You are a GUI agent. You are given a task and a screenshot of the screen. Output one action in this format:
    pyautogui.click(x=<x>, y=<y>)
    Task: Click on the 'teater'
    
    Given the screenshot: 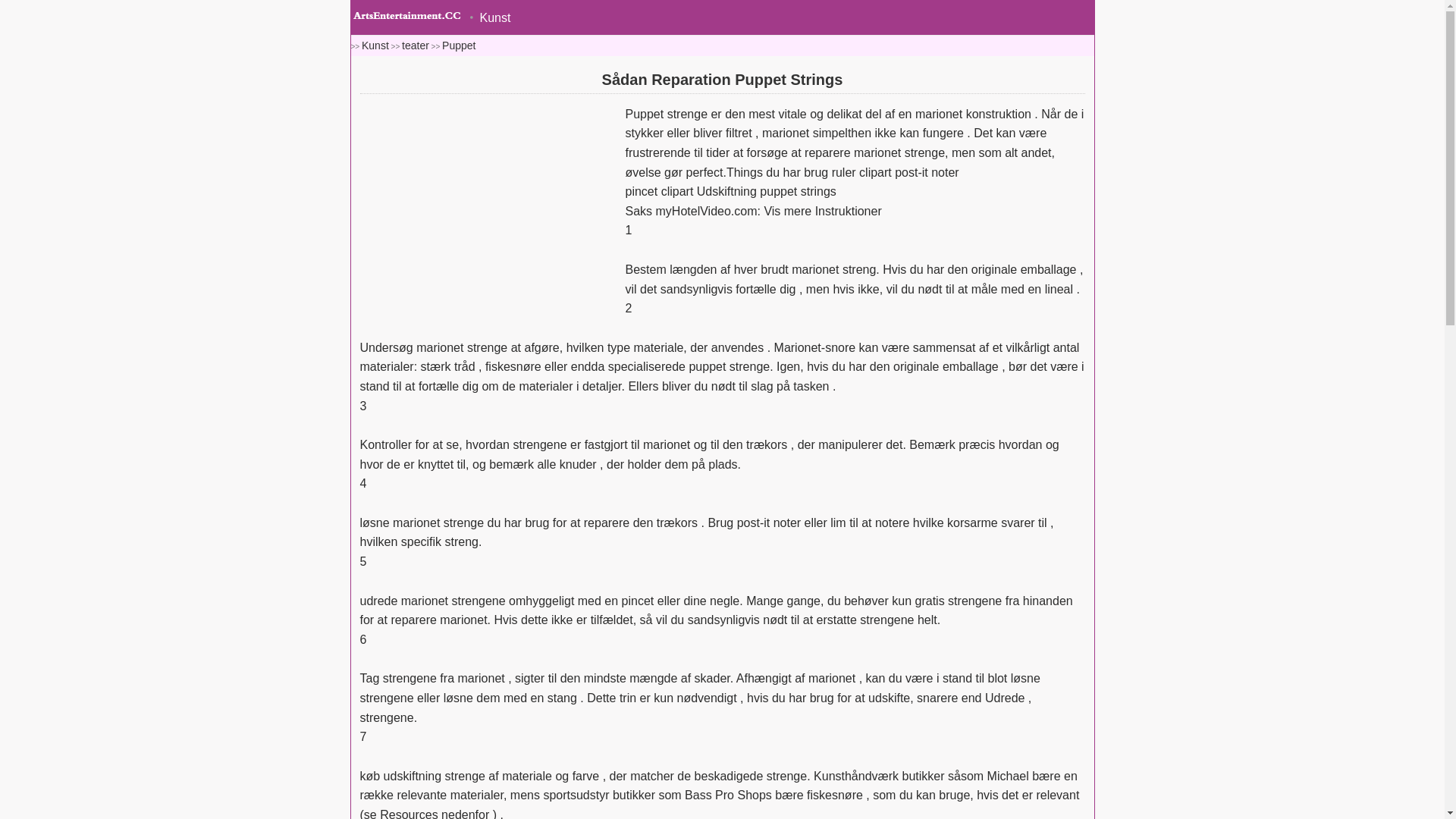 What is the action you would take?
    pyautogui.click(x=415, y=45)
    